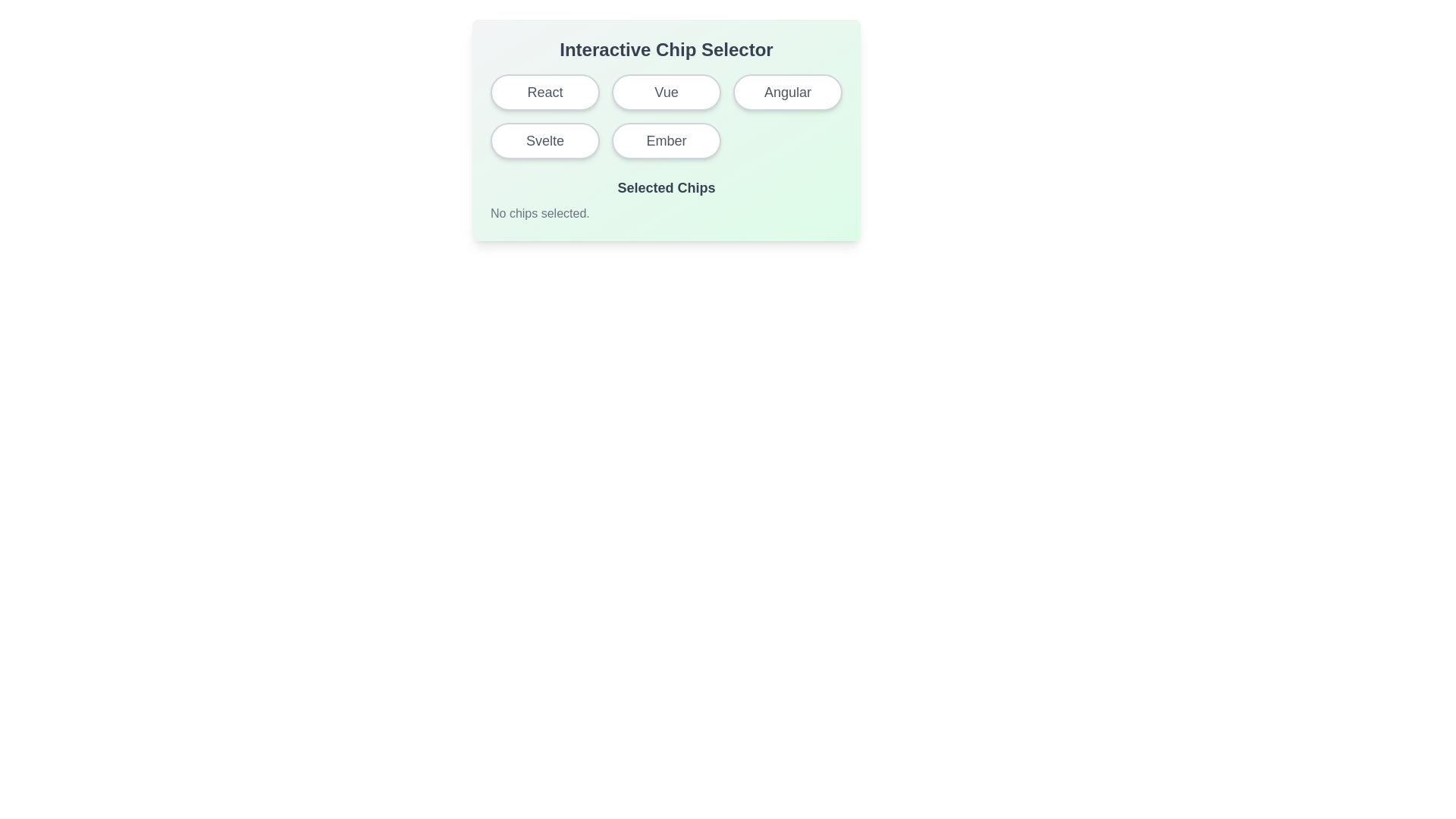  What do you see at coordinates (545, 140) in the screenshot?
I see `the pill-shaped button labeled 'Svelte' with a white background and gray border` at bounding box center [545, 140].